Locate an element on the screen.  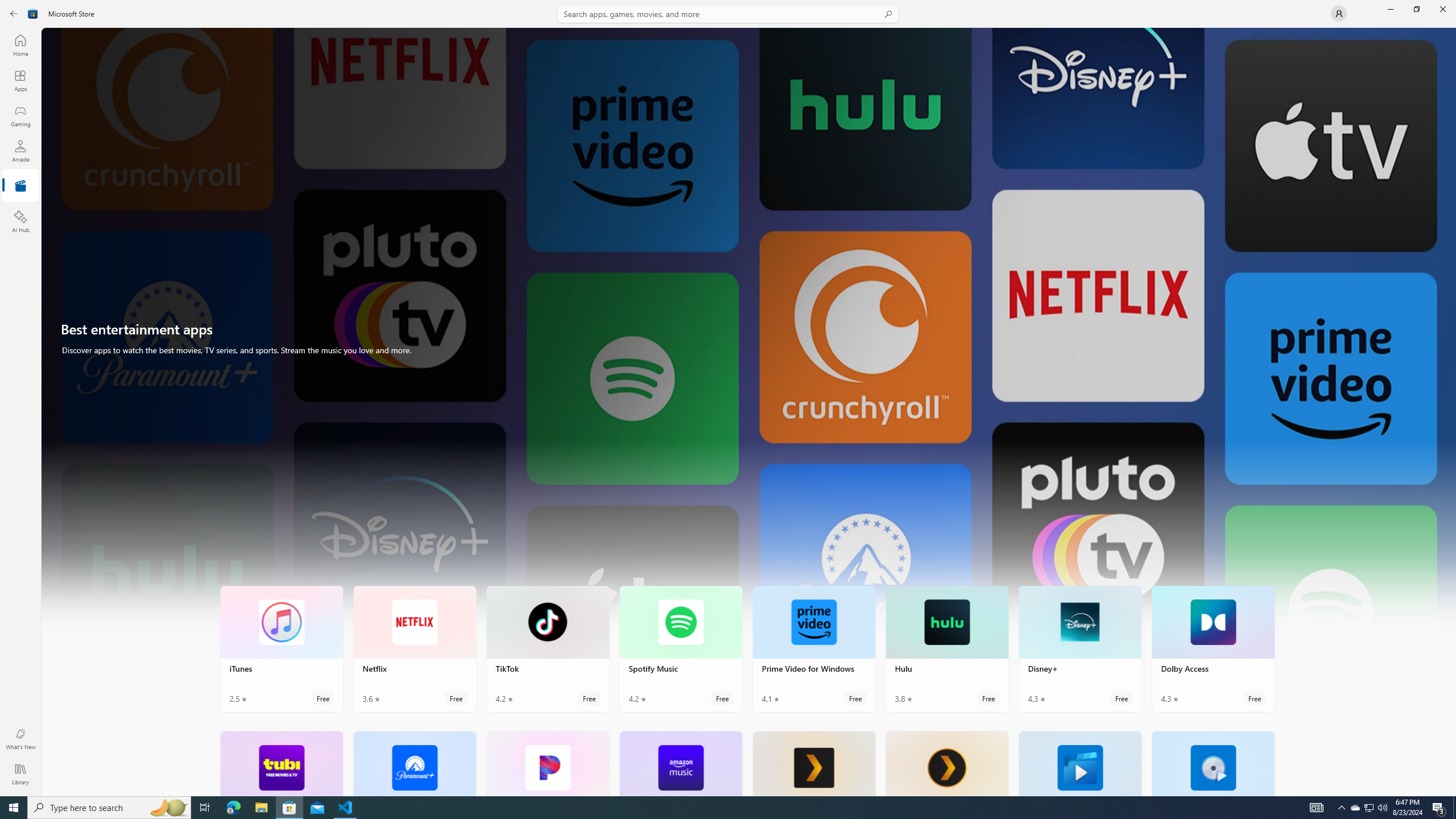
'Class: Image' is located at coordinates (32, 13).